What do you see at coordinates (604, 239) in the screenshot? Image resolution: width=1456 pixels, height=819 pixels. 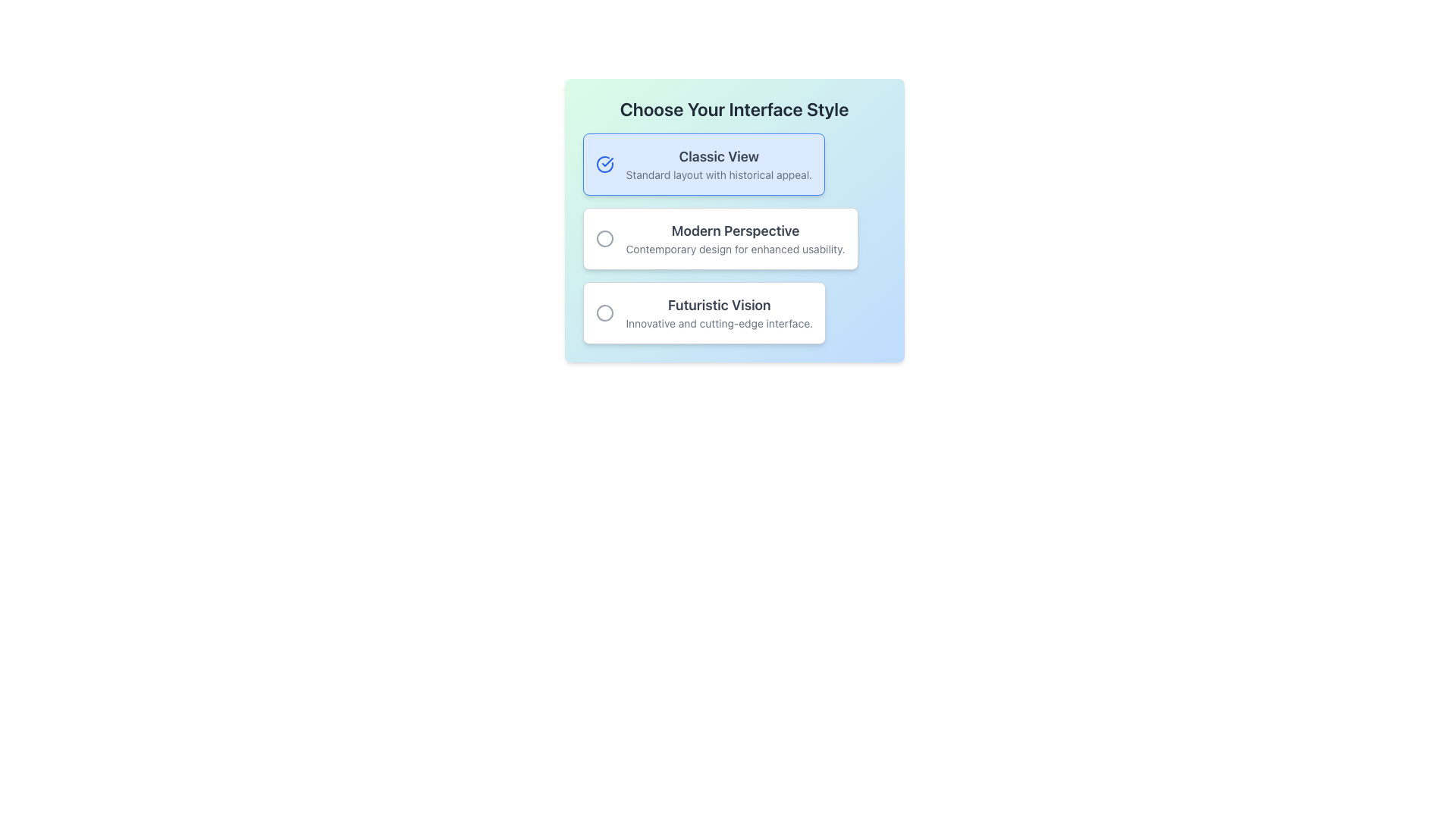 I see `the SVG circle that represents the selected state of the middle option in a vertical list of three choices in the interface modal` at bounding box center [604, 239].